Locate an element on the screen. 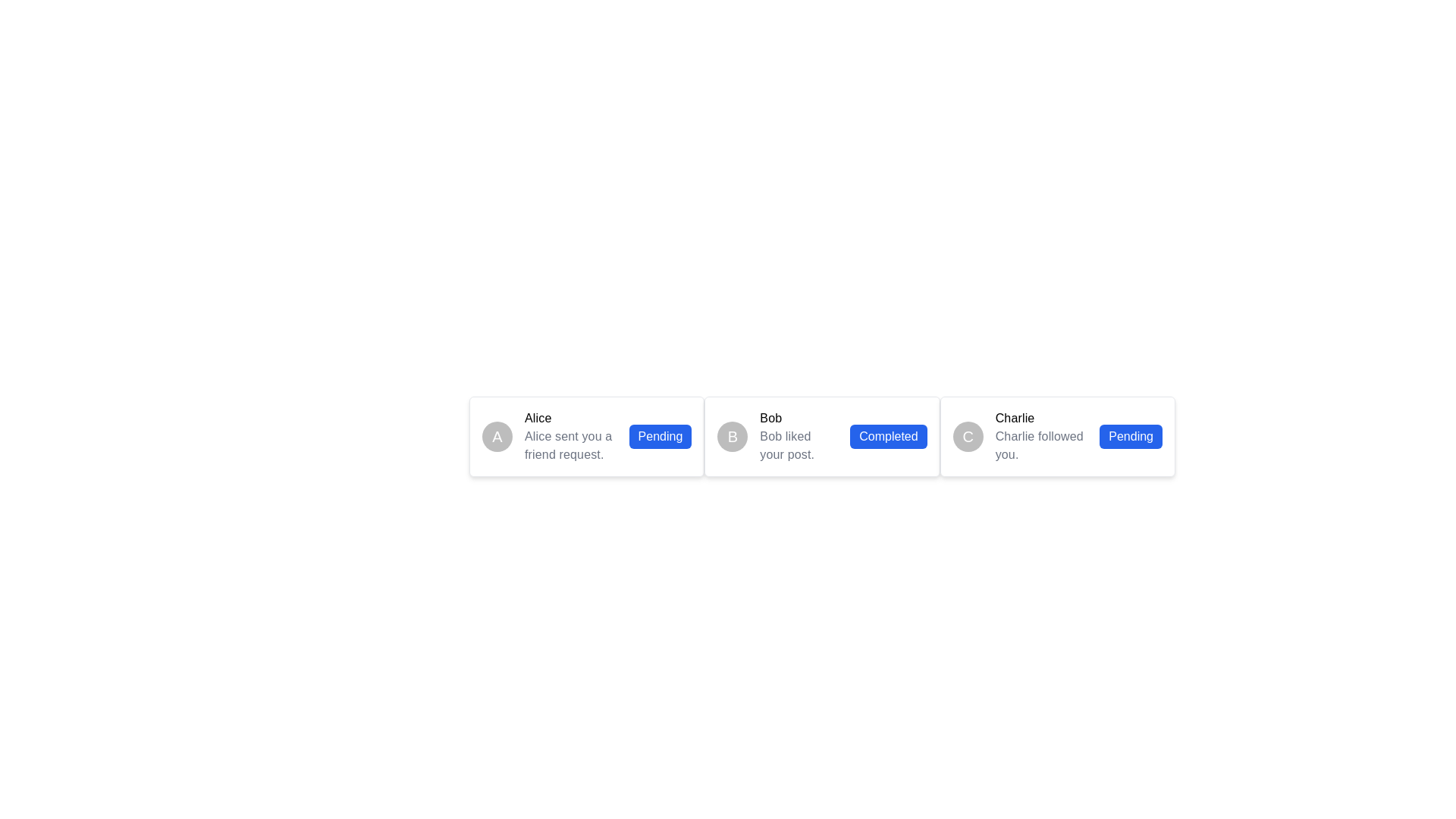 This screenshot has height=819, width=1456. the text display element showing the name 'Charlie' followed by 'followed you.' is located at coordinates (1040, 436).